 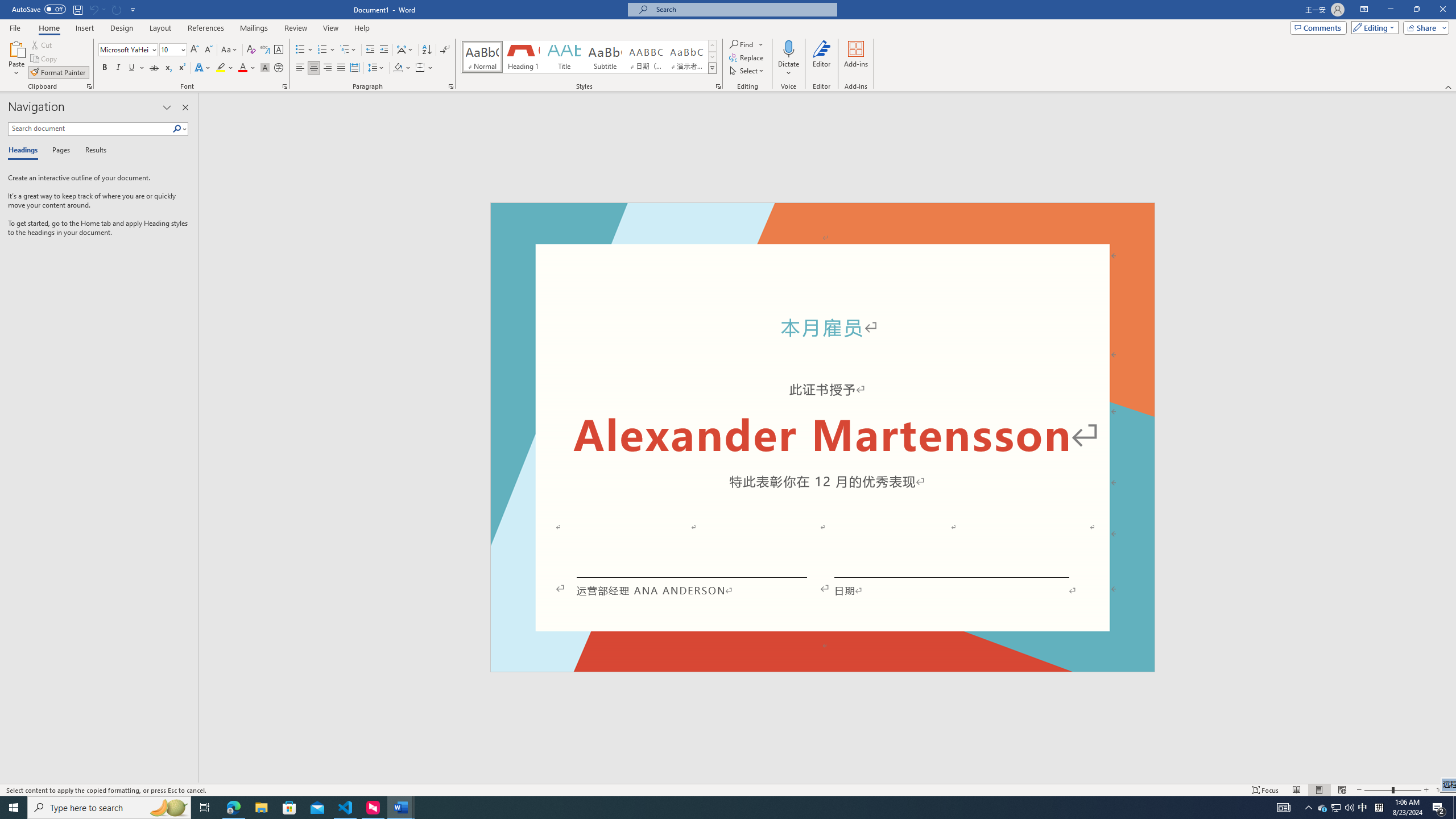 I want to click on 'Align Right', so click(x=327, y=67).